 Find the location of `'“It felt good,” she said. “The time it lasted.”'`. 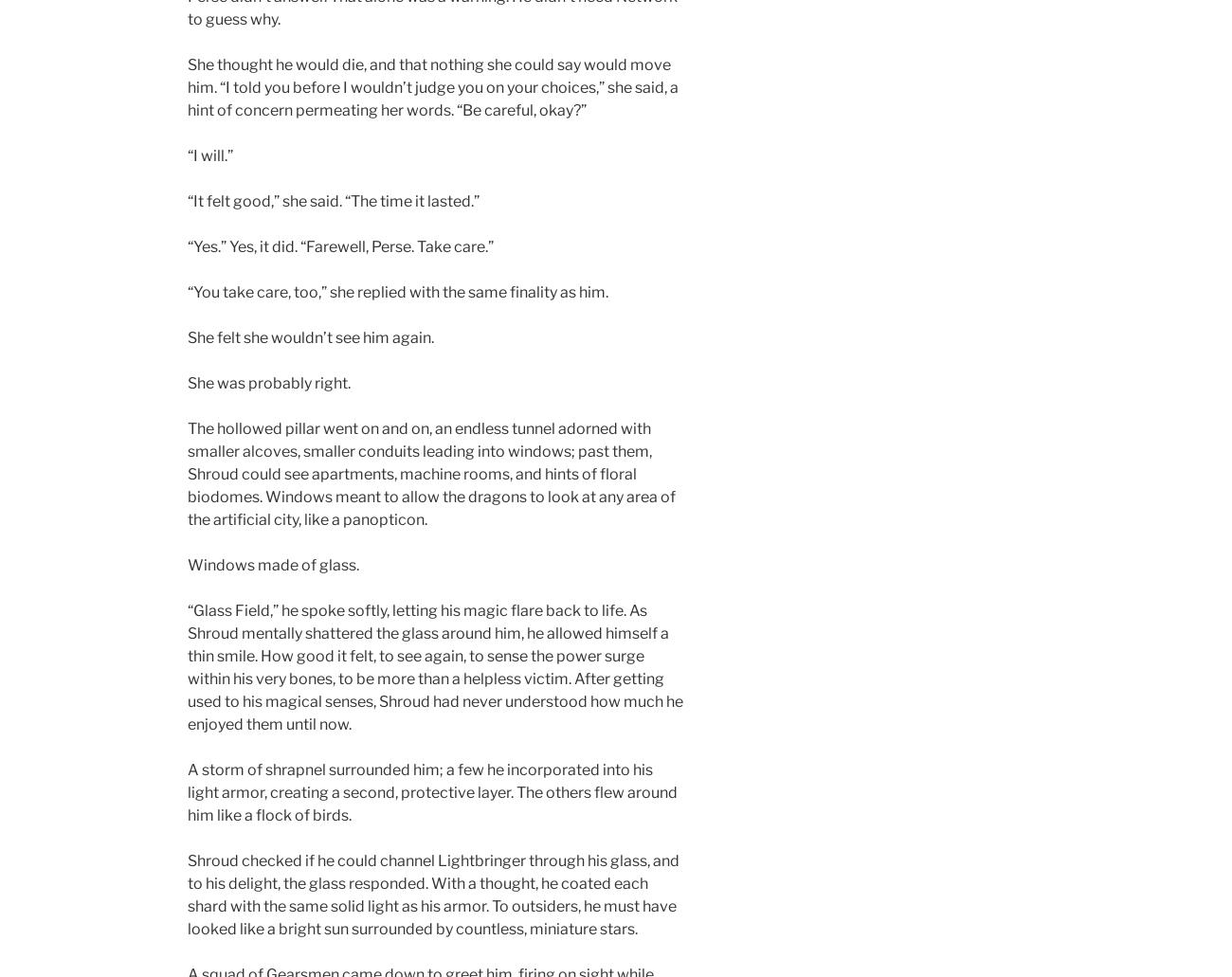

'“It felt good,” she said. “The time it lasted.”' is located at coordinates (333, 201).